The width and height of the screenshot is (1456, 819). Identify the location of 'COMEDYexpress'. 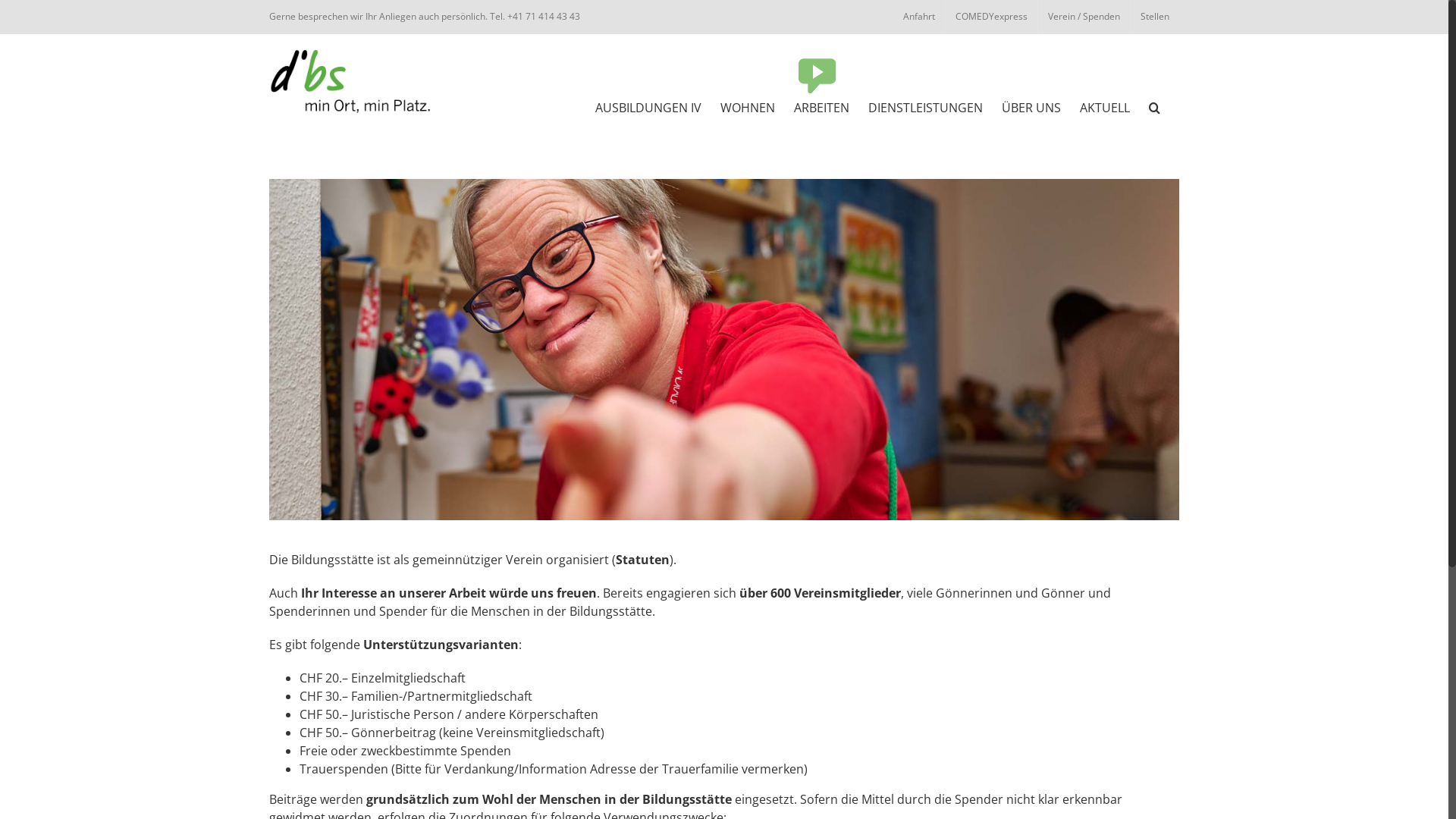
(945, 17).